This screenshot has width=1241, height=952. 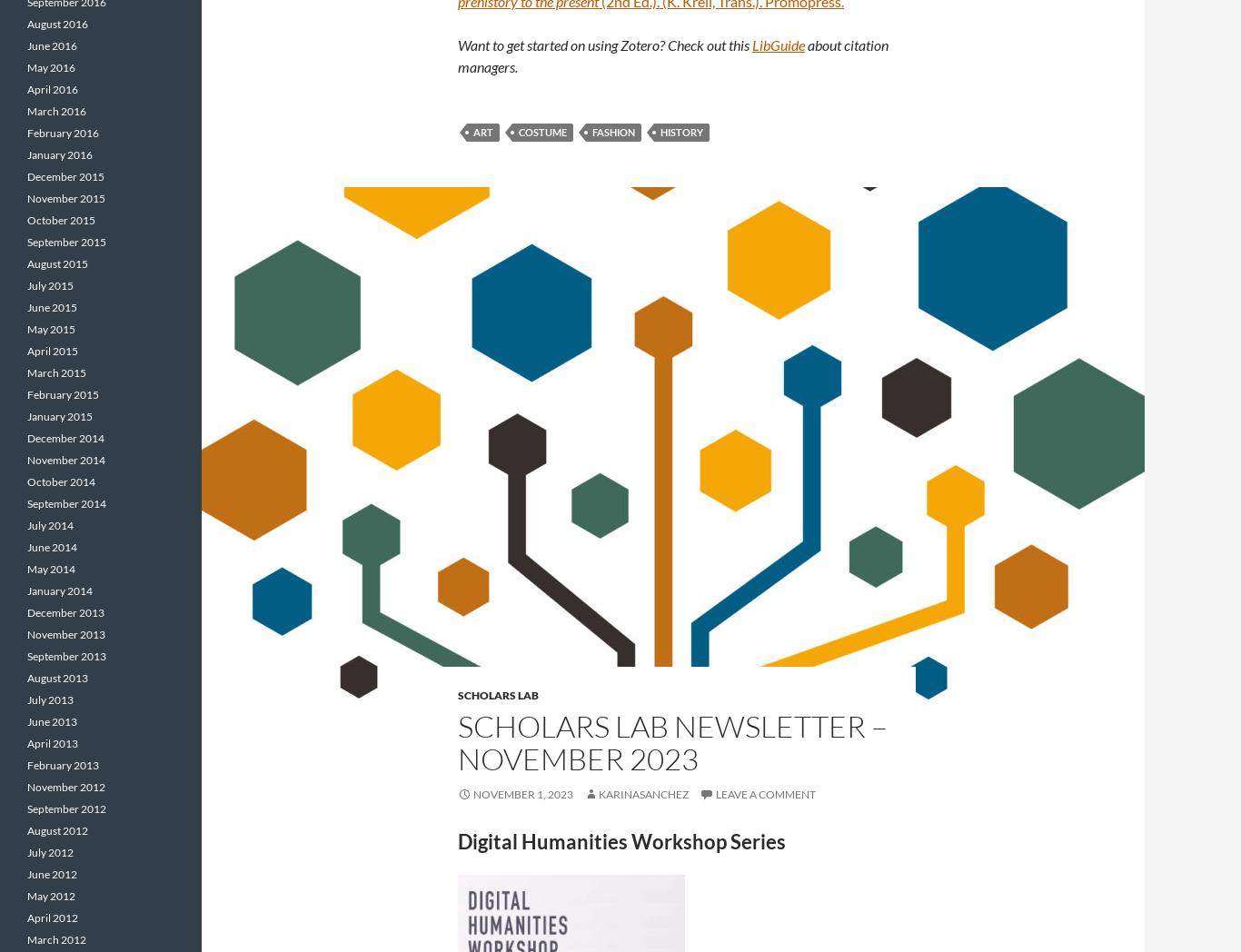 I want to click on 'September 2012', so click(x=66, y=808).